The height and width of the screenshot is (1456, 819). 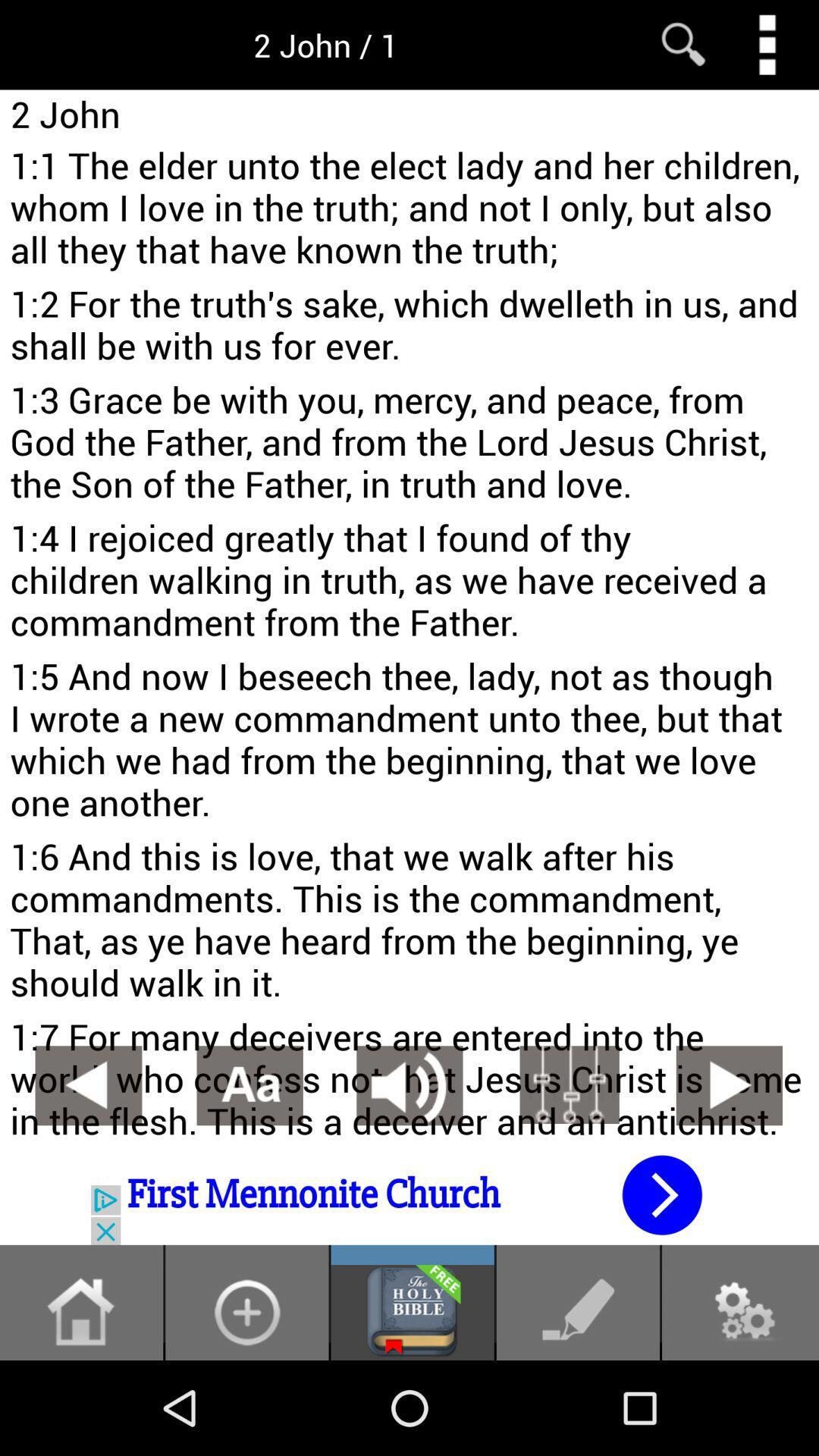 What do you see at coordinates (767, 48) in the screenshot?
I see `the more icon` at bounding box center [767, 48].